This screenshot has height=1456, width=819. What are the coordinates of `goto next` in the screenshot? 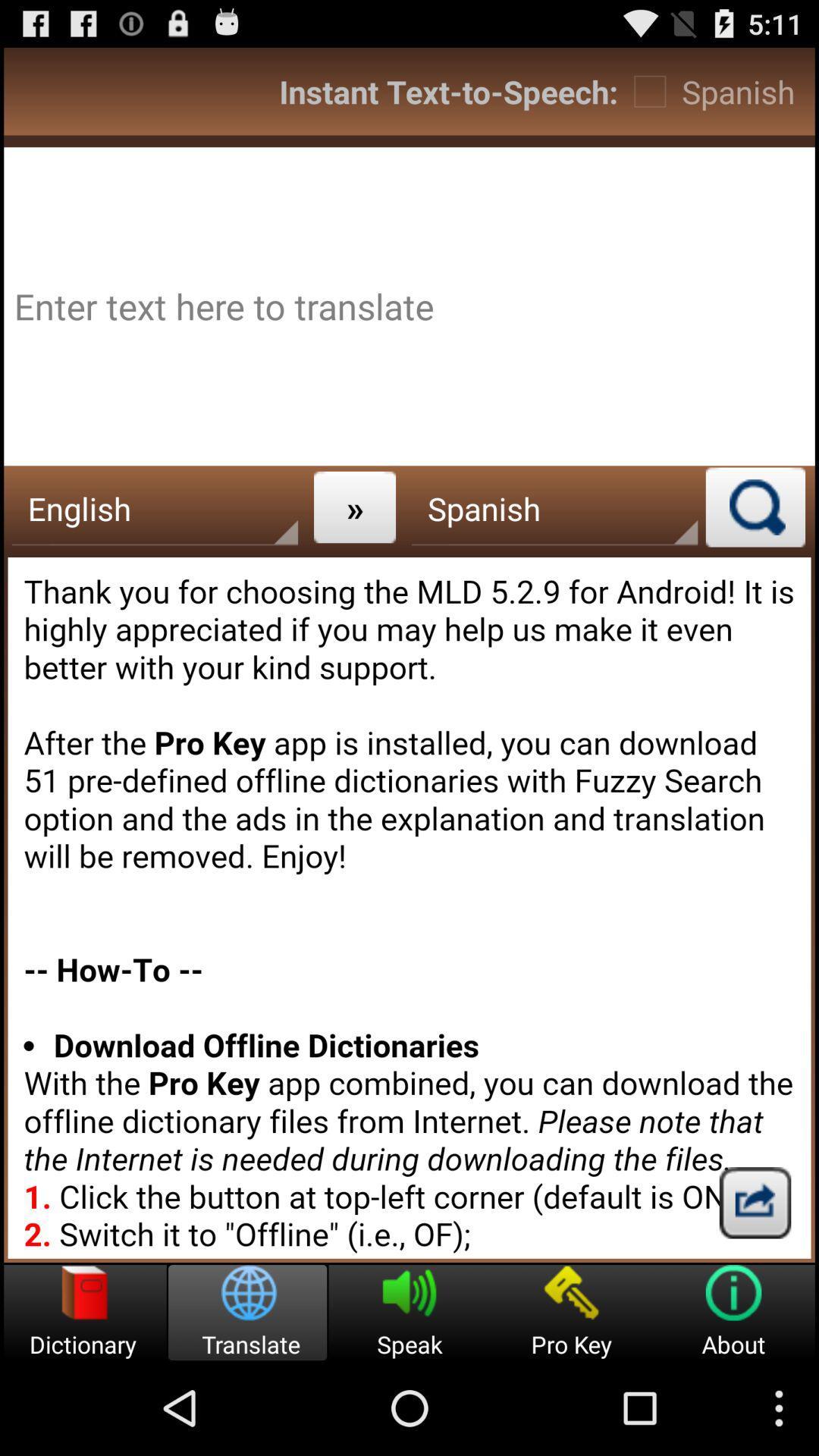 It's located at (755, 1202).